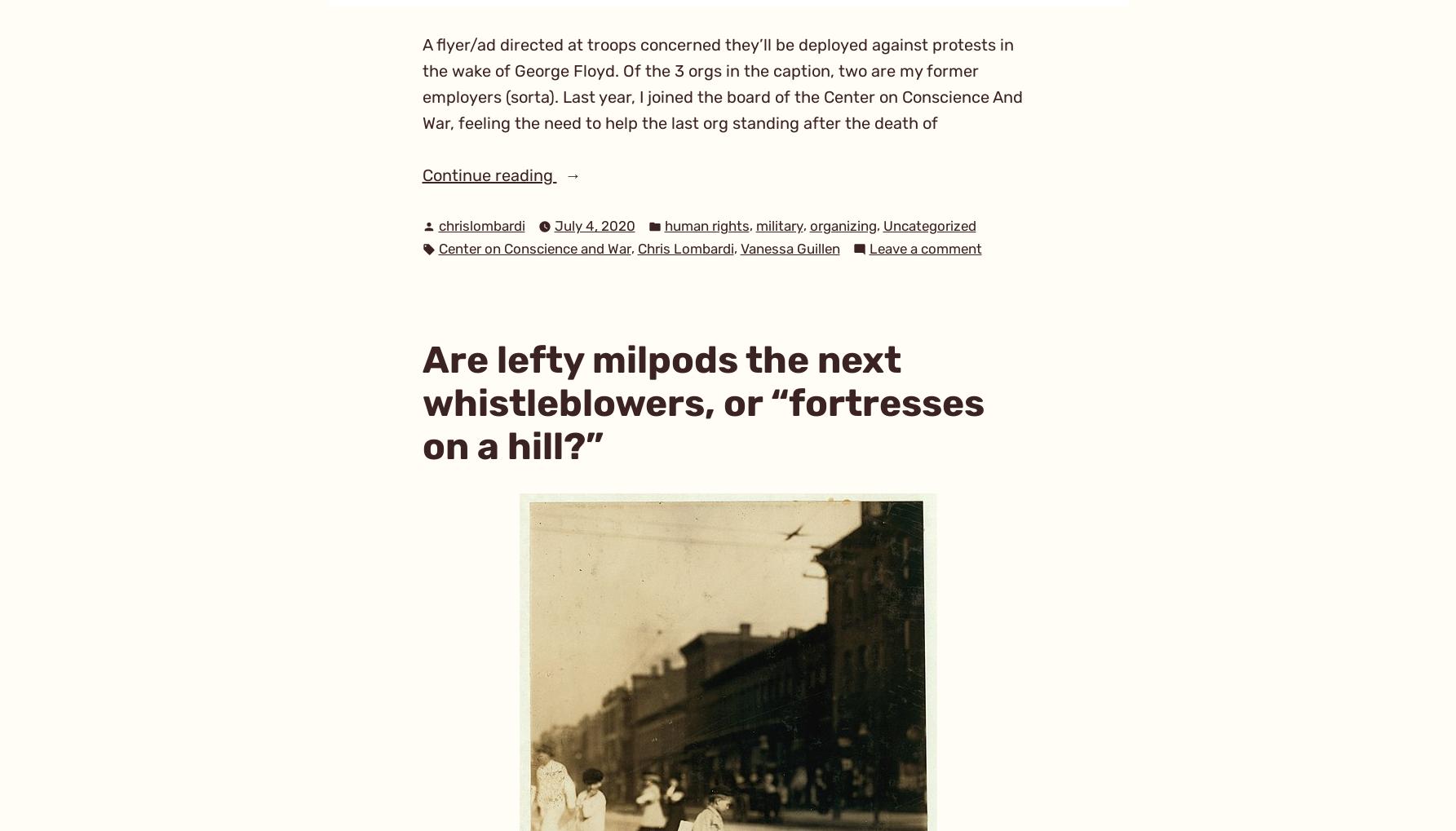 The width and height of the screenshot is (1456, 831). Describe the element at coordinates (842, 225) in the screenshot. I see `'organizing'` at that location.